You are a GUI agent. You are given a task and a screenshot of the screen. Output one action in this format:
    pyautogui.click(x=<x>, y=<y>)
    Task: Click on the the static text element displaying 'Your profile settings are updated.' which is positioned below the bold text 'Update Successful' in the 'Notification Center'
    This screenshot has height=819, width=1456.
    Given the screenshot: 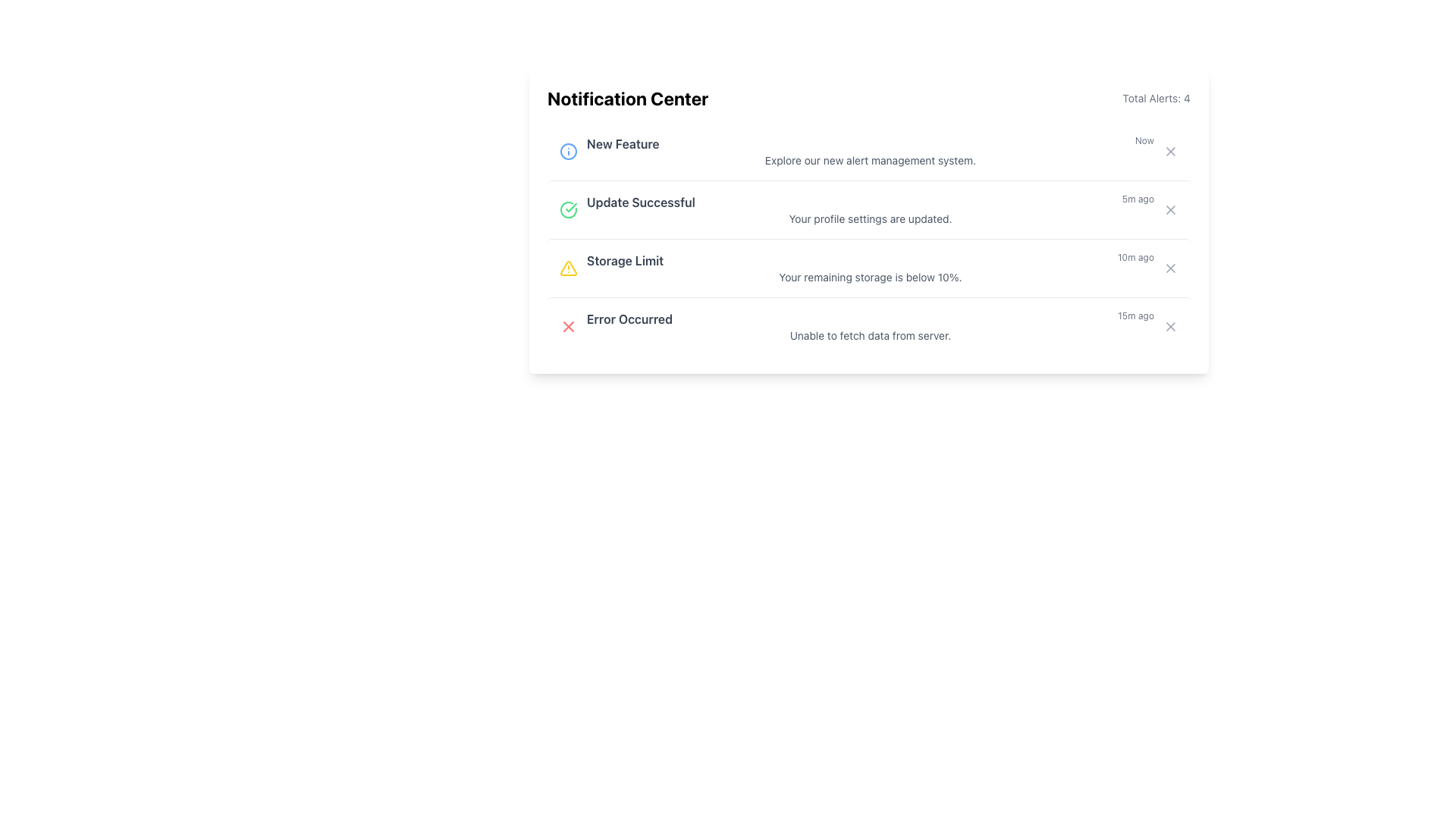 What is the action you would take?
    pyautogui.click(x=870, y=219)
    